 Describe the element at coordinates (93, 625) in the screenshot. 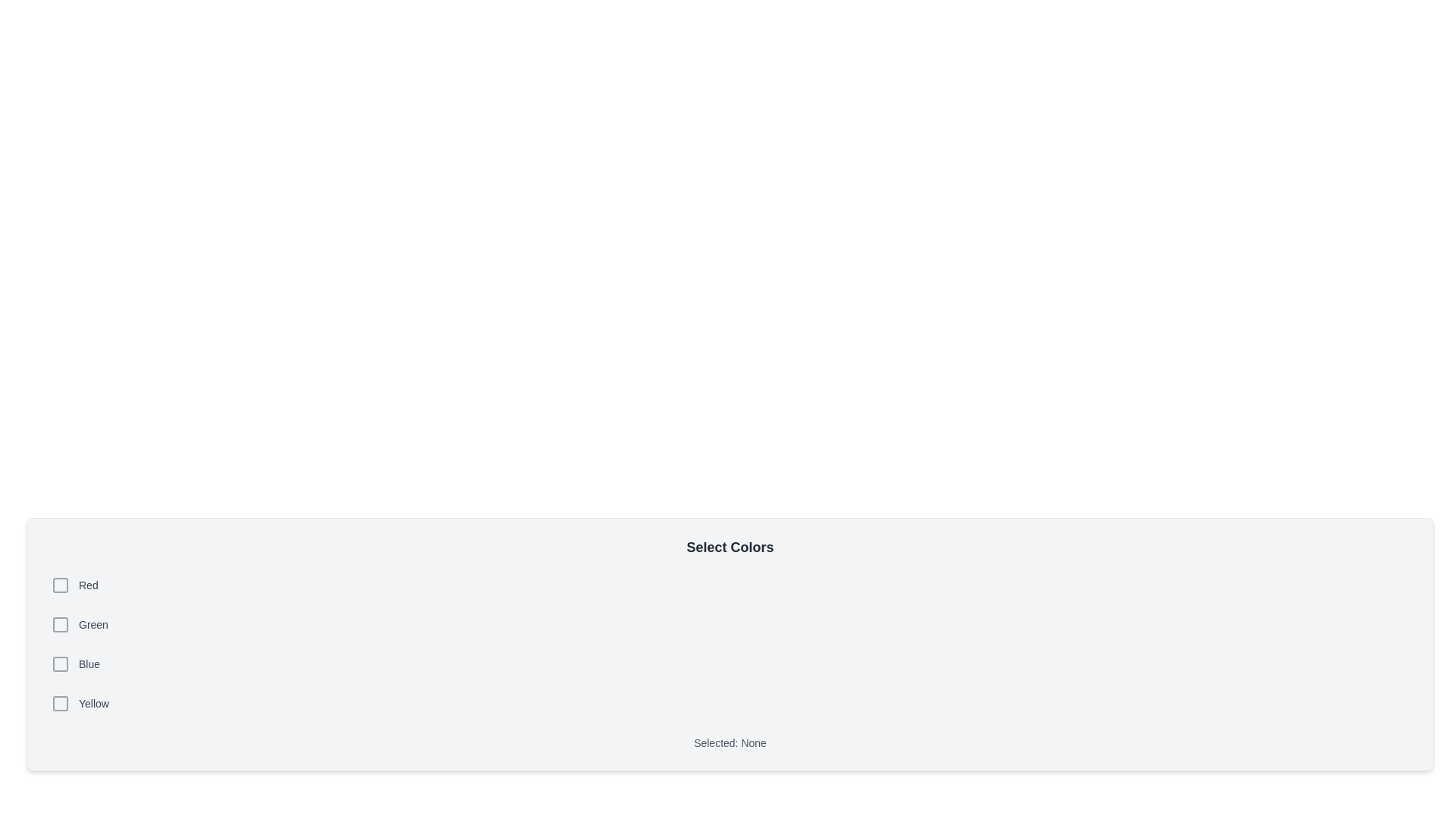

I see `the text label displaying 'Green', which is the second item in a vertically stacked menu, immediately following 'Red' and preceding 'Blue'` at that location.